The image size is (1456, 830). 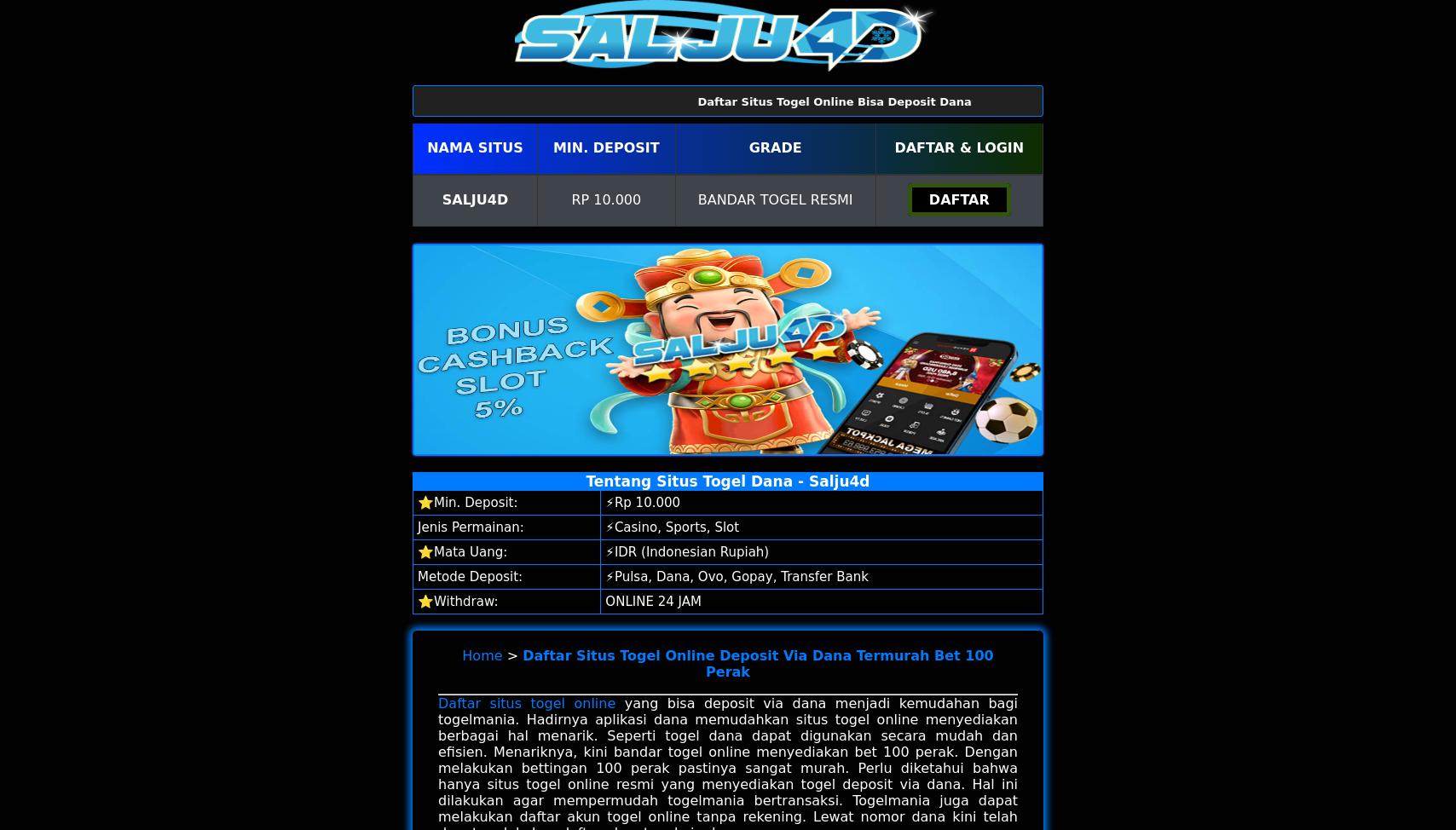 What do you see at coordinates (606, 199) in the screenshot?
I see `'Rp 10.000'` at bounding box center [606, 199].